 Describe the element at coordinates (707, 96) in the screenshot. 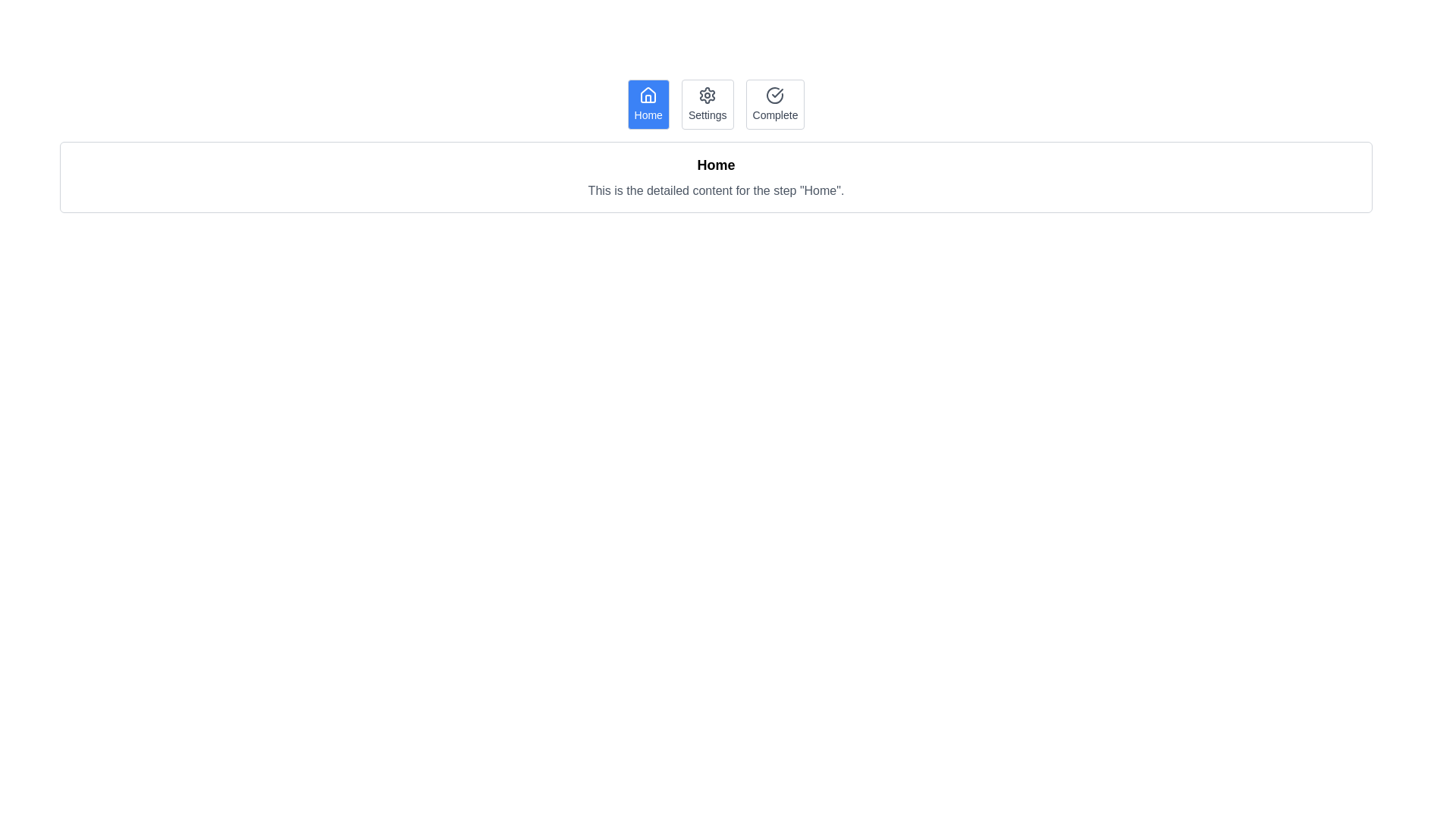

I see `the 'Settings' button, which is the second button from the left in a horizontal series of buttons labeled 'Home', 'Settings', and 'Complete'` at that location.